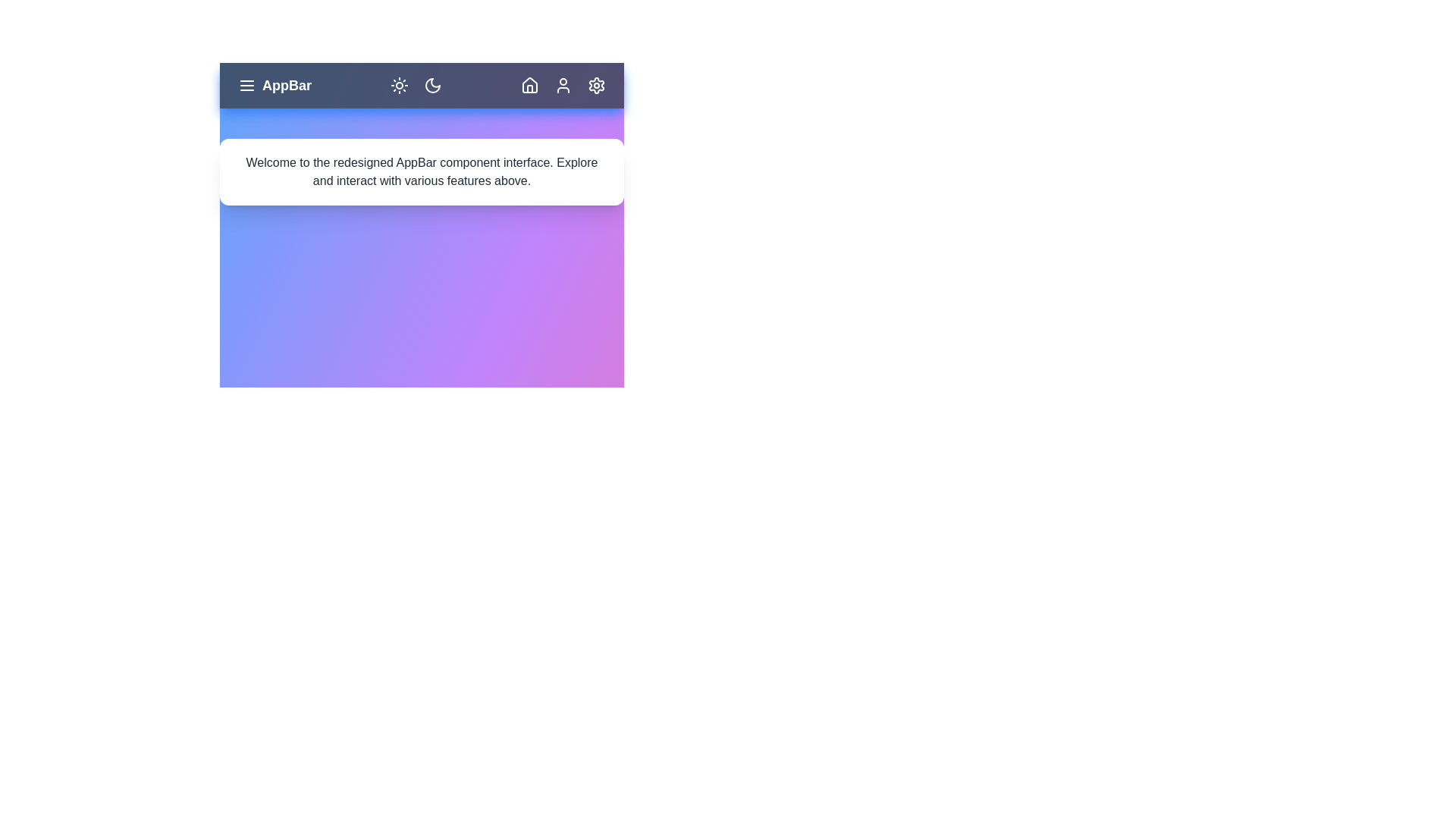 The image size is (1456, 819). What do you see at coordinates (563, 85) in the screenshot?
I see `the user icon to open the user profile settings` at bounding box center [563, 85].